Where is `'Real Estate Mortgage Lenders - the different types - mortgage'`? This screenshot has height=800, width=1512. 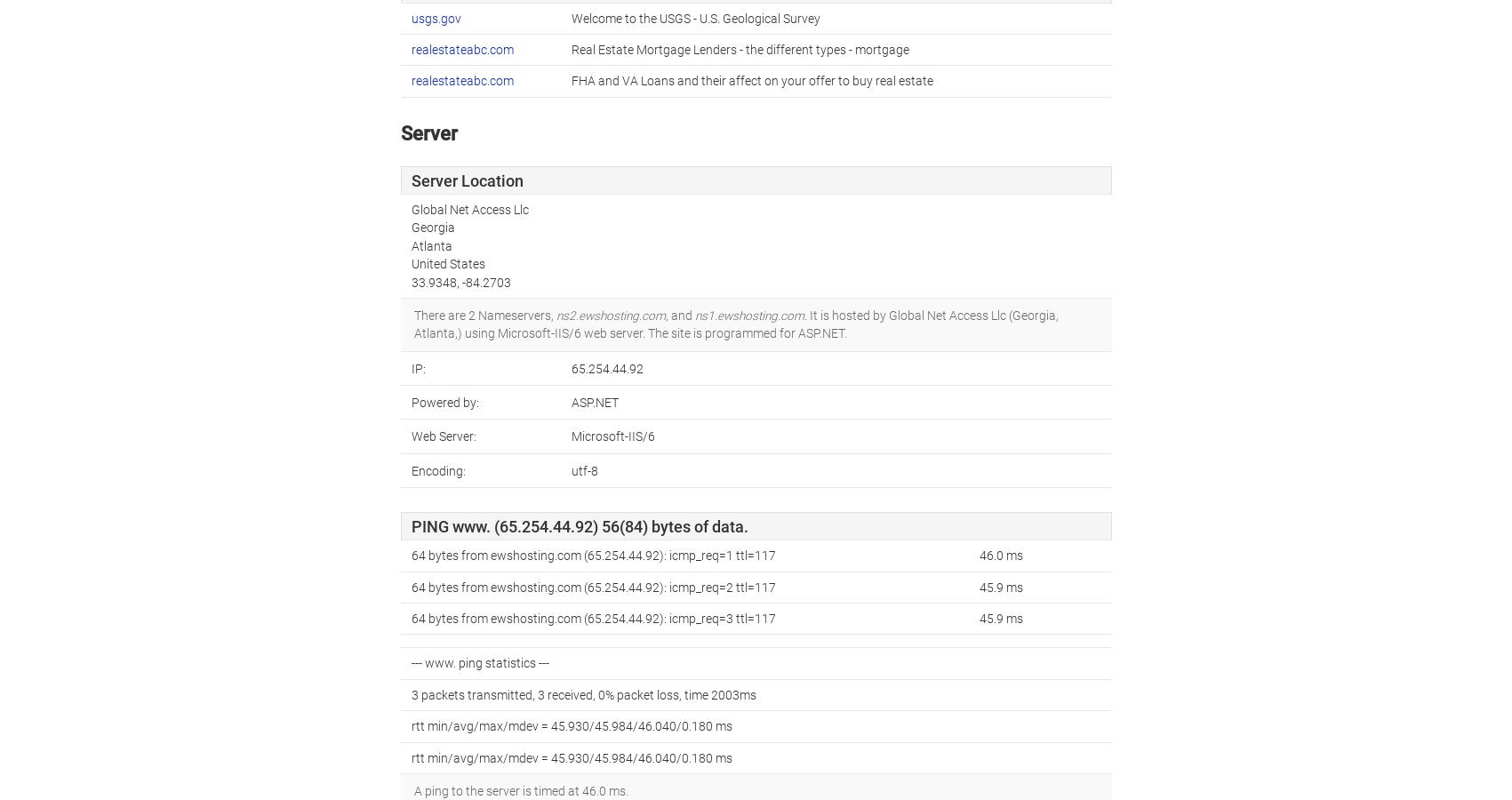 'Real Estate Mortgage Lenders - the different types - mortgage' is located at coordinates (739, 47).